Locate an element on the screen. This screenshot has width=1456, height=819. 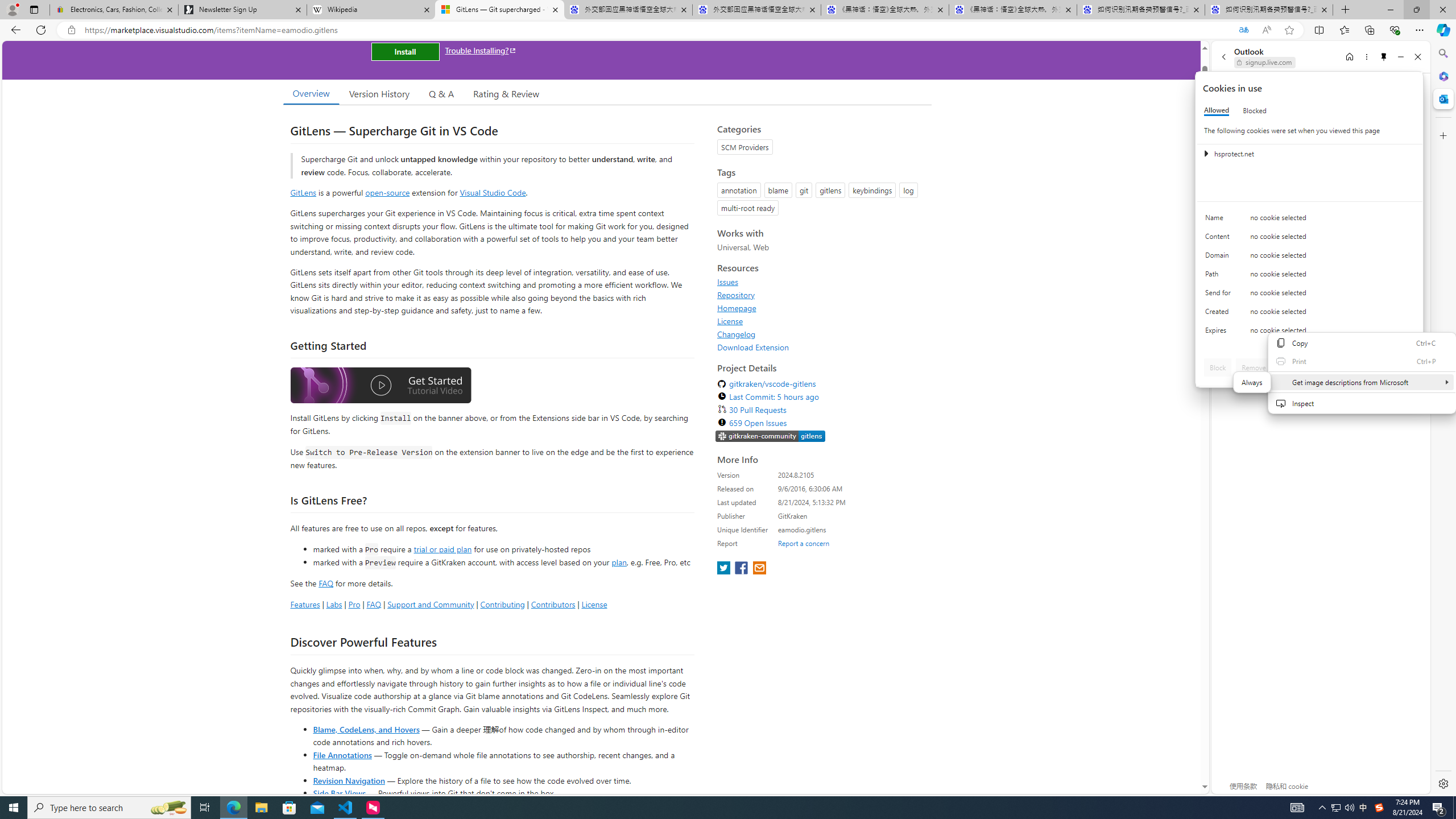
'Inspect' is located at coordinates (1361, 403).